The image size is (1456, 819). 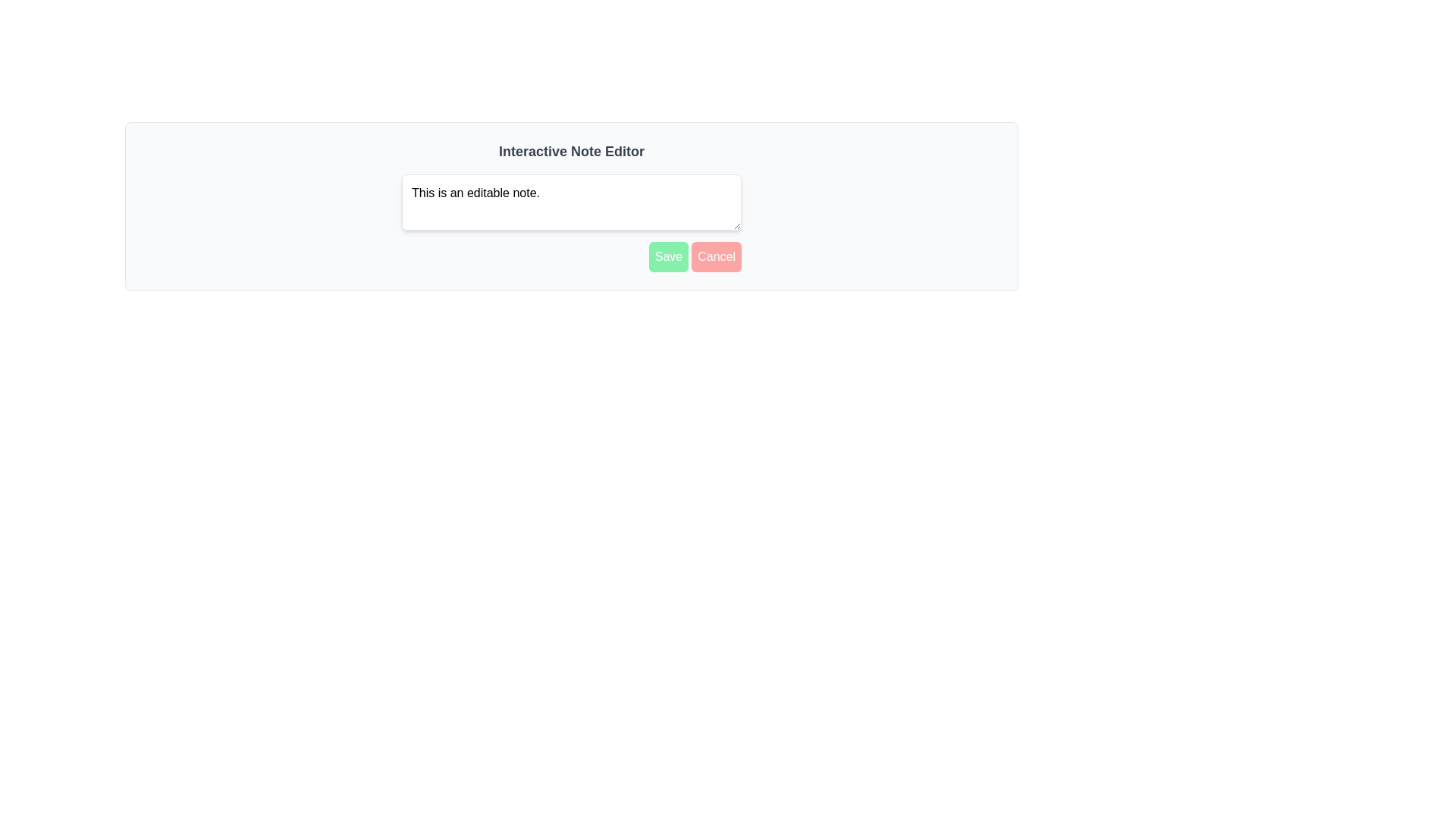 I want to click on the text label reading 'Interactive Note Editor' located at the top-center of the card interface, so click(x=570, y=152).